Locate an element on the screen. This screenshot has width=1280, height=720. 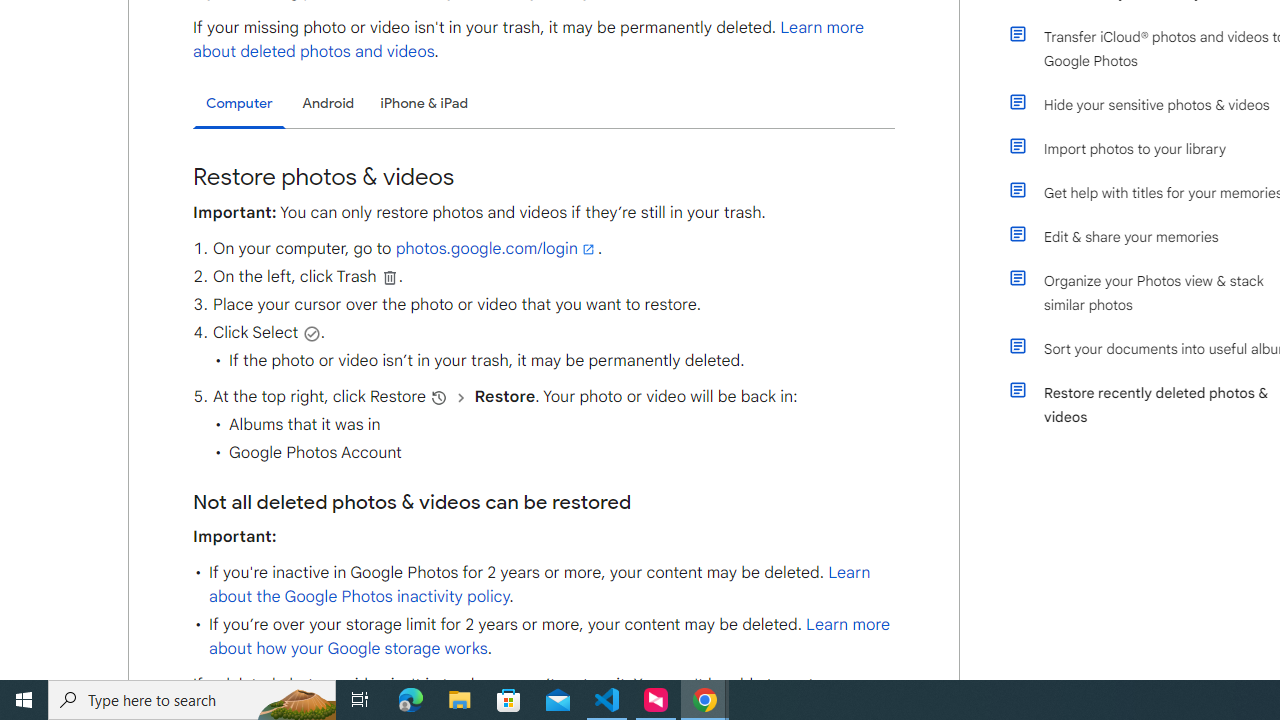
'Learn more about deleted photos and videos' is located at coordinates (529, 39).